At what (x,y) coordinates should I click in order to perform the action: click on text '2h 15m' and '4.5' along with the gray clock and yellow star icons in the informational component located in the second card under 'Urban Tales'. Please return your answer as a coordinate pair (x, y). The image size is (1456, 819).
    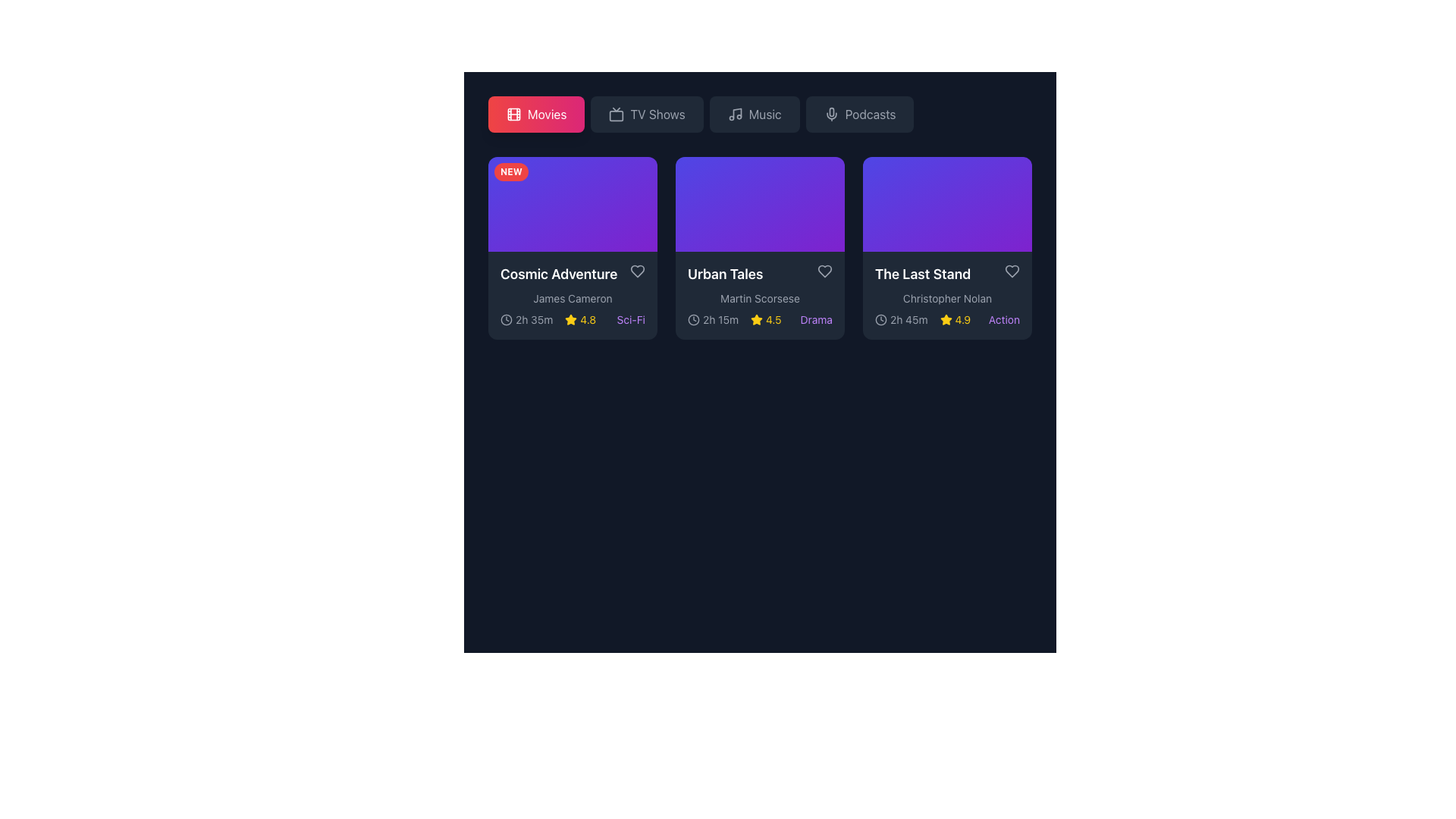
    Looking at the image, I should click on (734, 319).